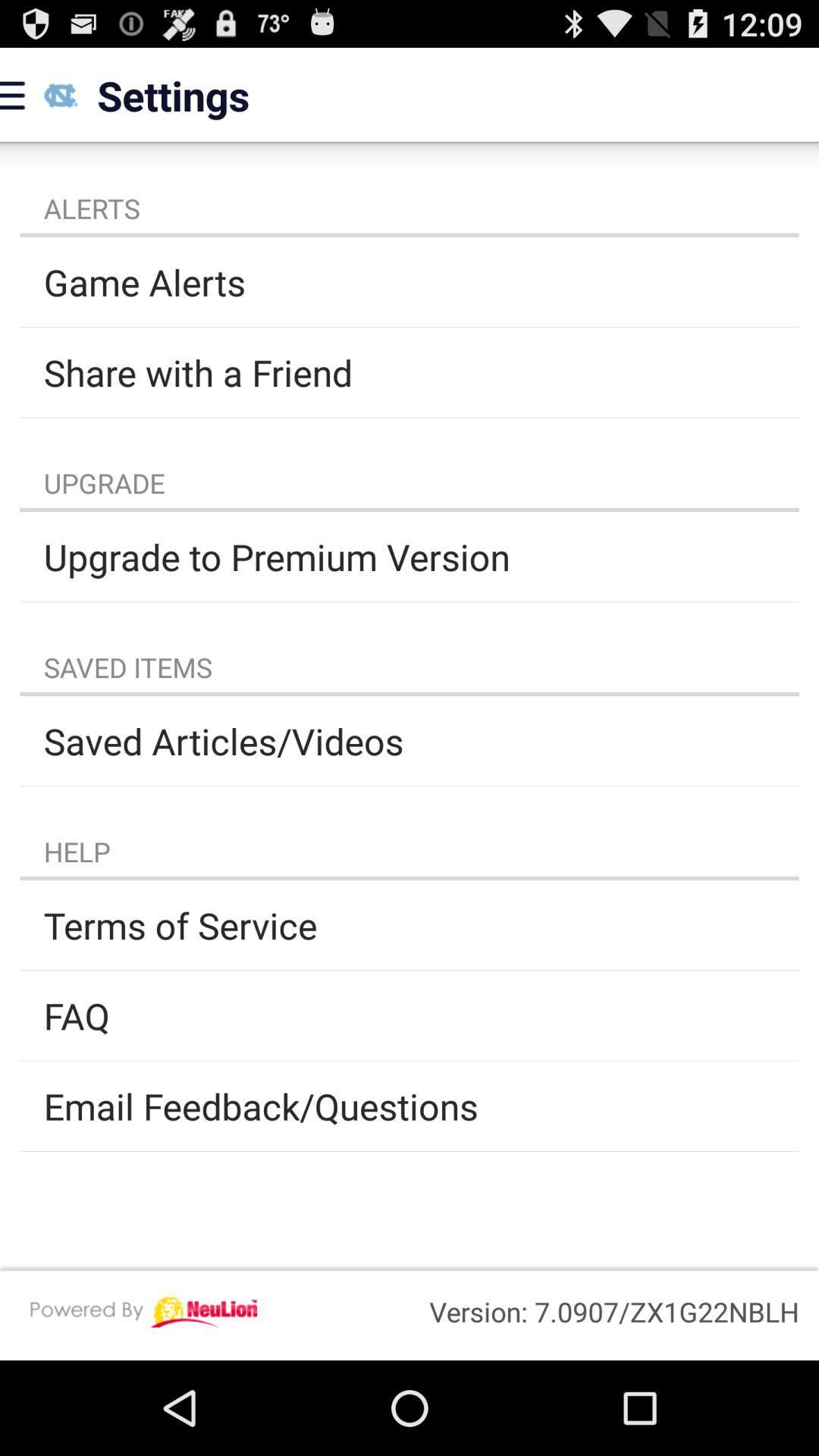 The height and width of the screenshot is (1456, 819). I want to click on terms of service app, so click(409, 924).